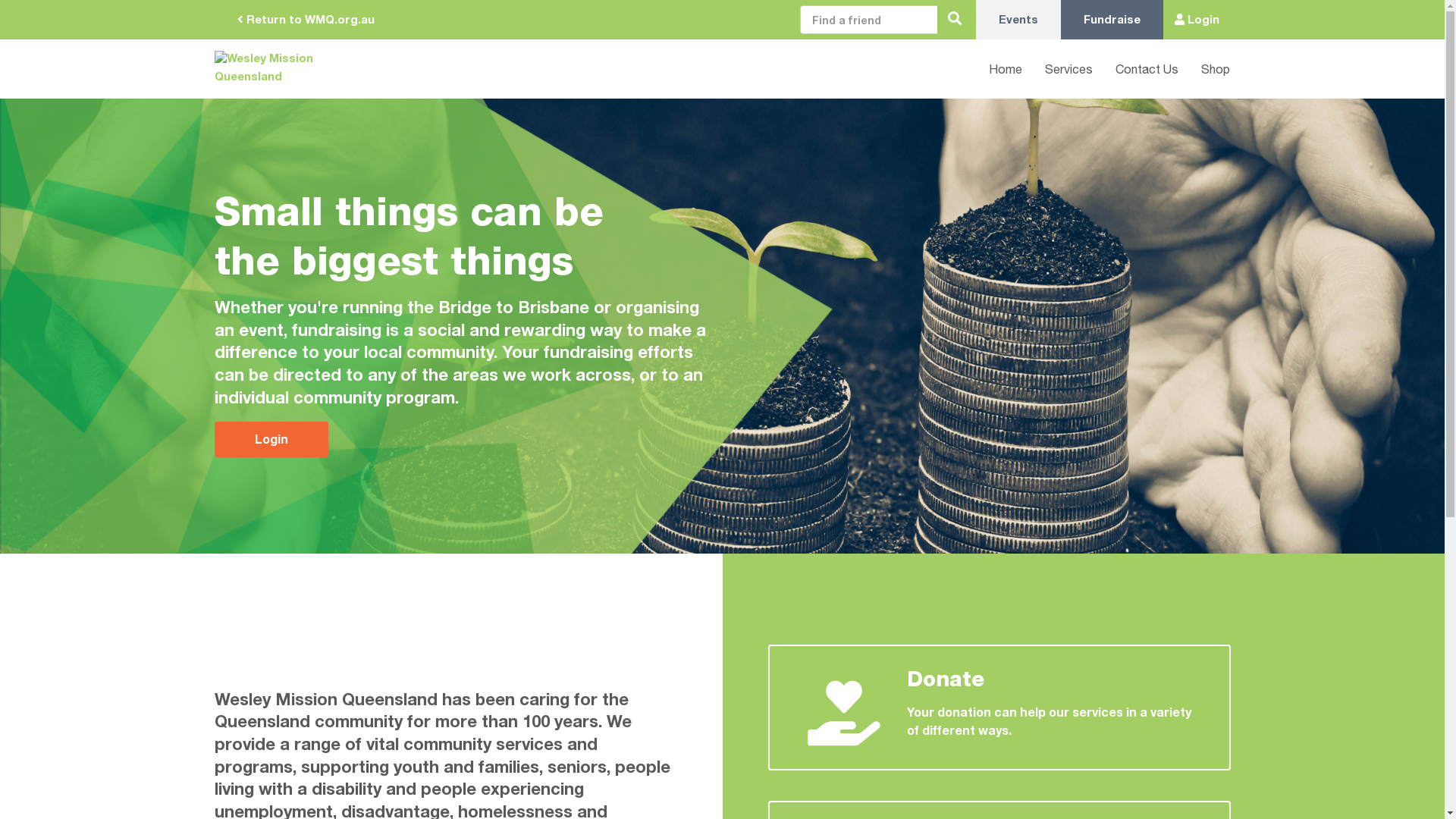  Describe the element at coordinates (213, 439) in the screenshot. I see `'Login'` at that location.